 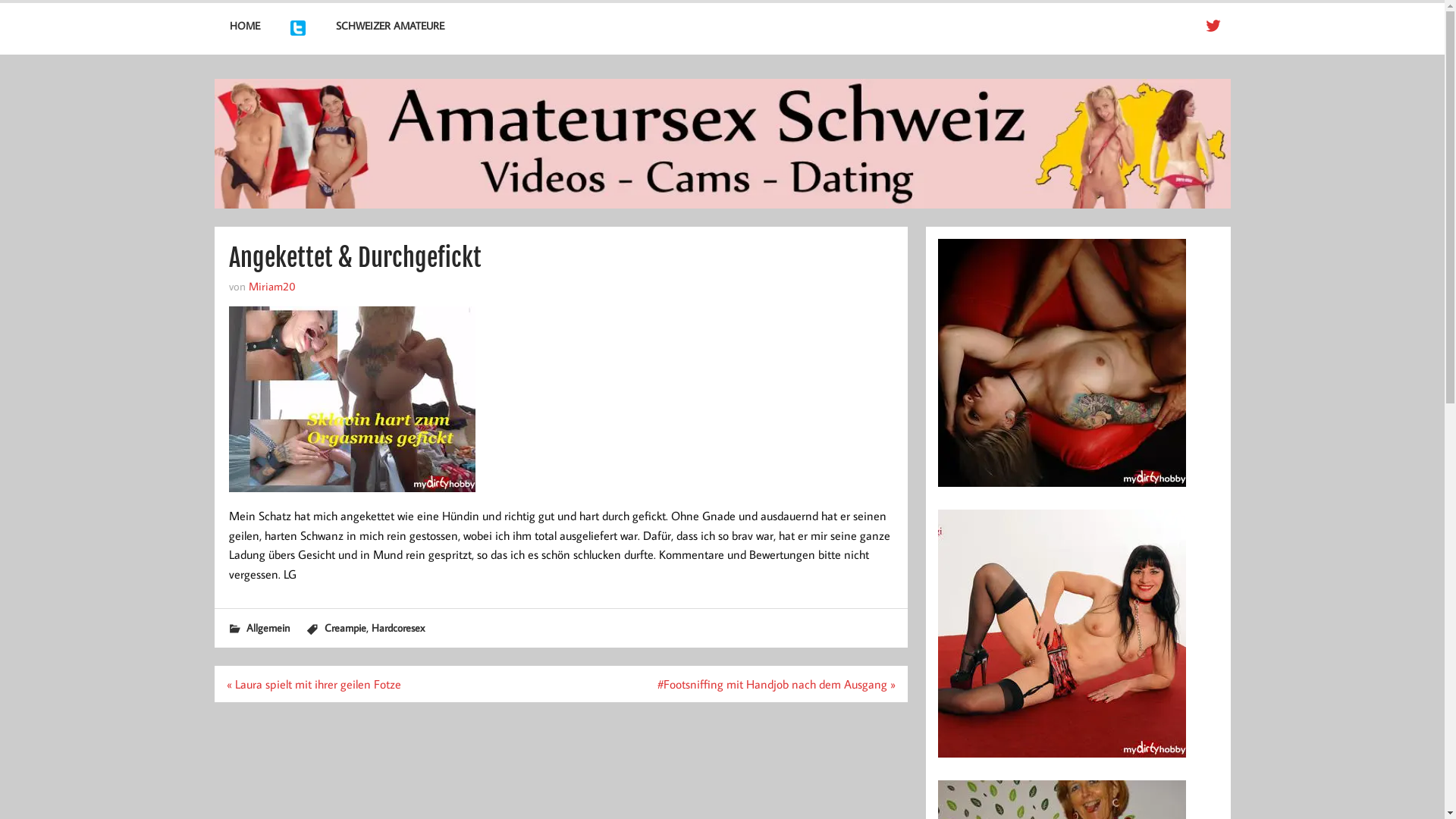 I want to click on 'Hardcoresex', so click(x=397, y=627).